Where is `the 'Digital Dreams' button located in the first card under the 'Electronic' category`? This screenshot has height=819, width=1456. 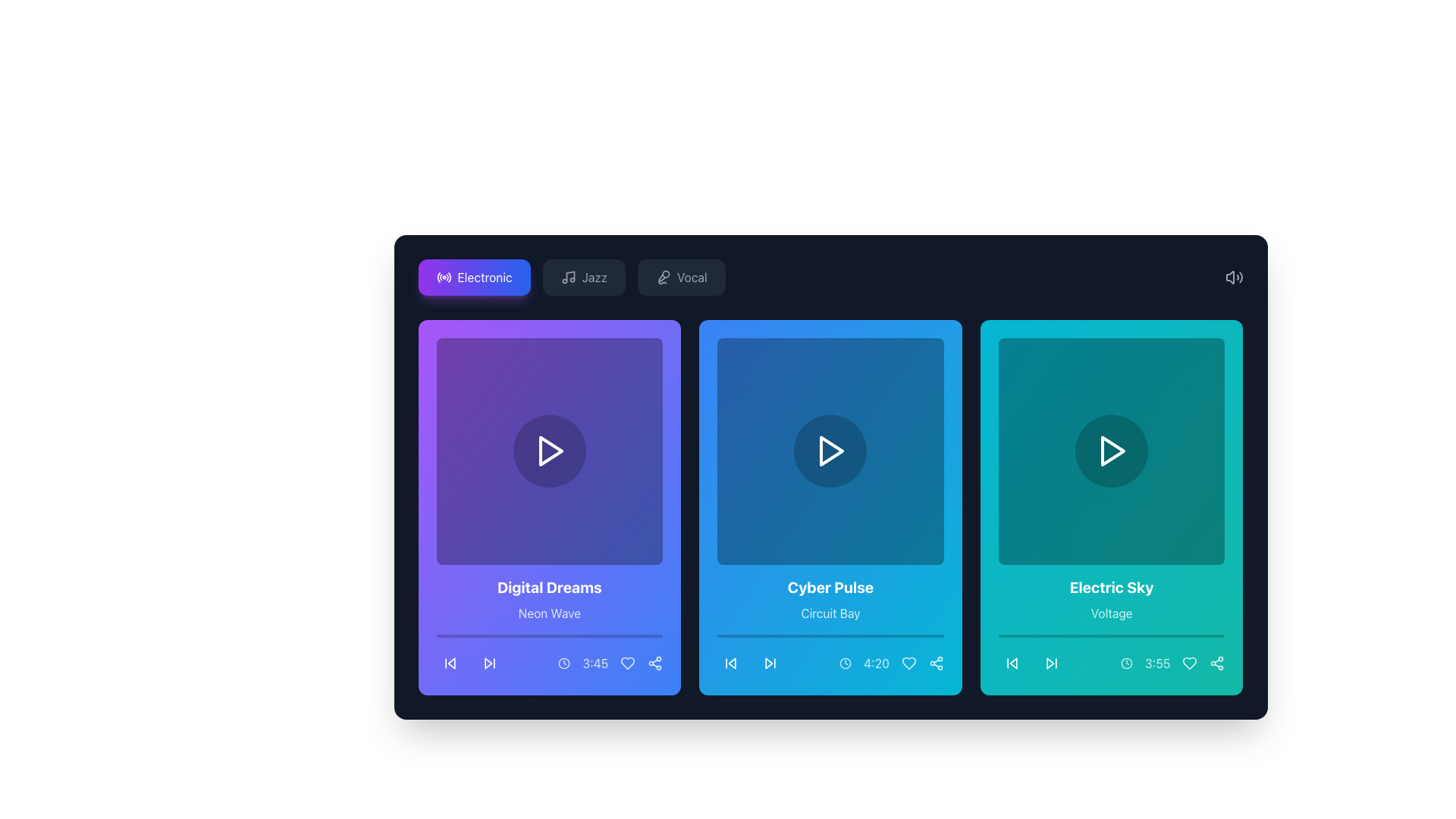
the 'Digital Dreams' button located in the first card under the 'Electronic' category is located at coordinates (548, 450).